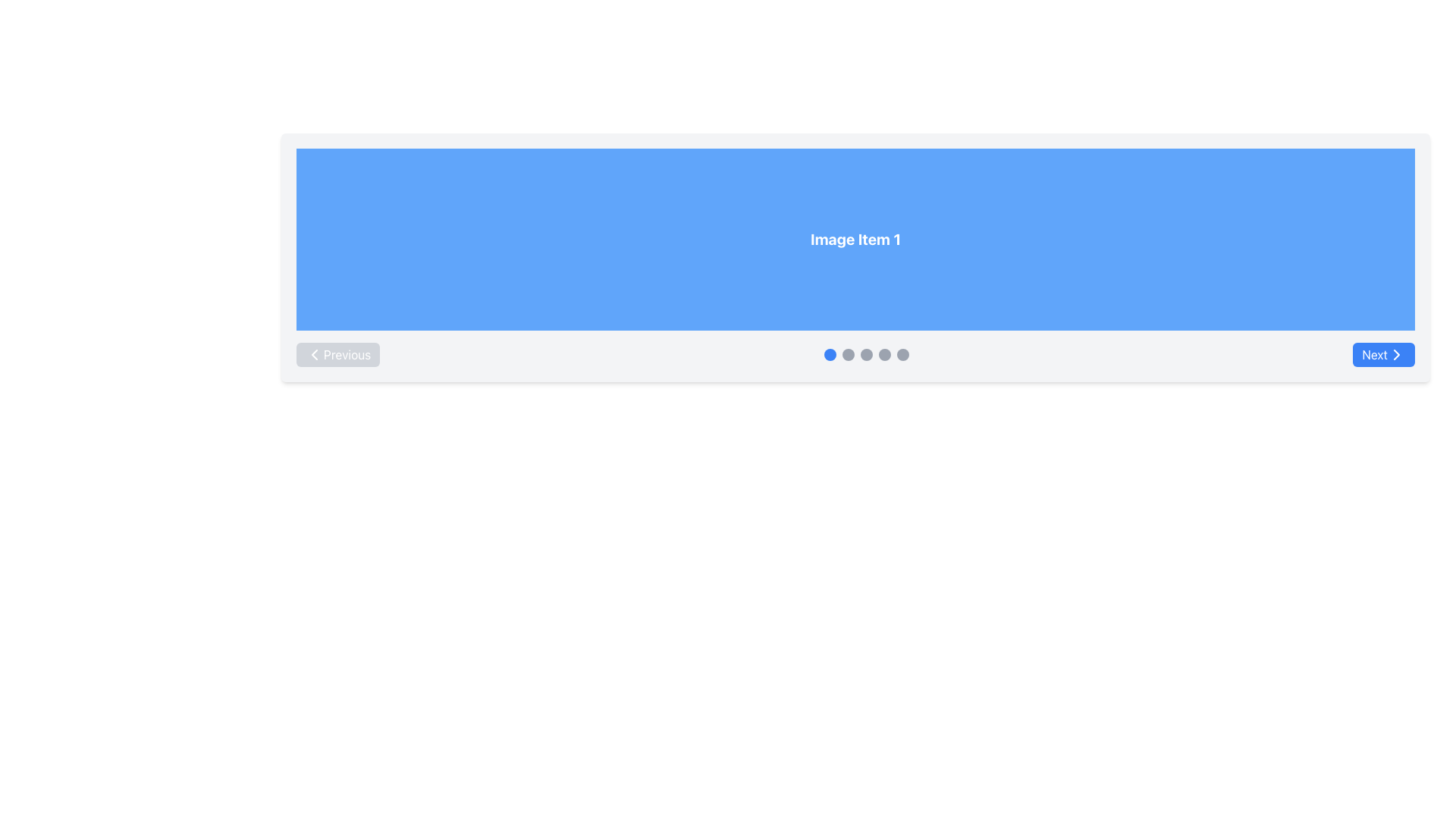 This screenshot has height=819, width=1456. What do you see at coordinates (1396, 354) in the screenshot?
I see `the chevron icon located at the right edge of the 'Next' button in the bottom-right corner of the carousel interface` at bounding box center [1396, 354].